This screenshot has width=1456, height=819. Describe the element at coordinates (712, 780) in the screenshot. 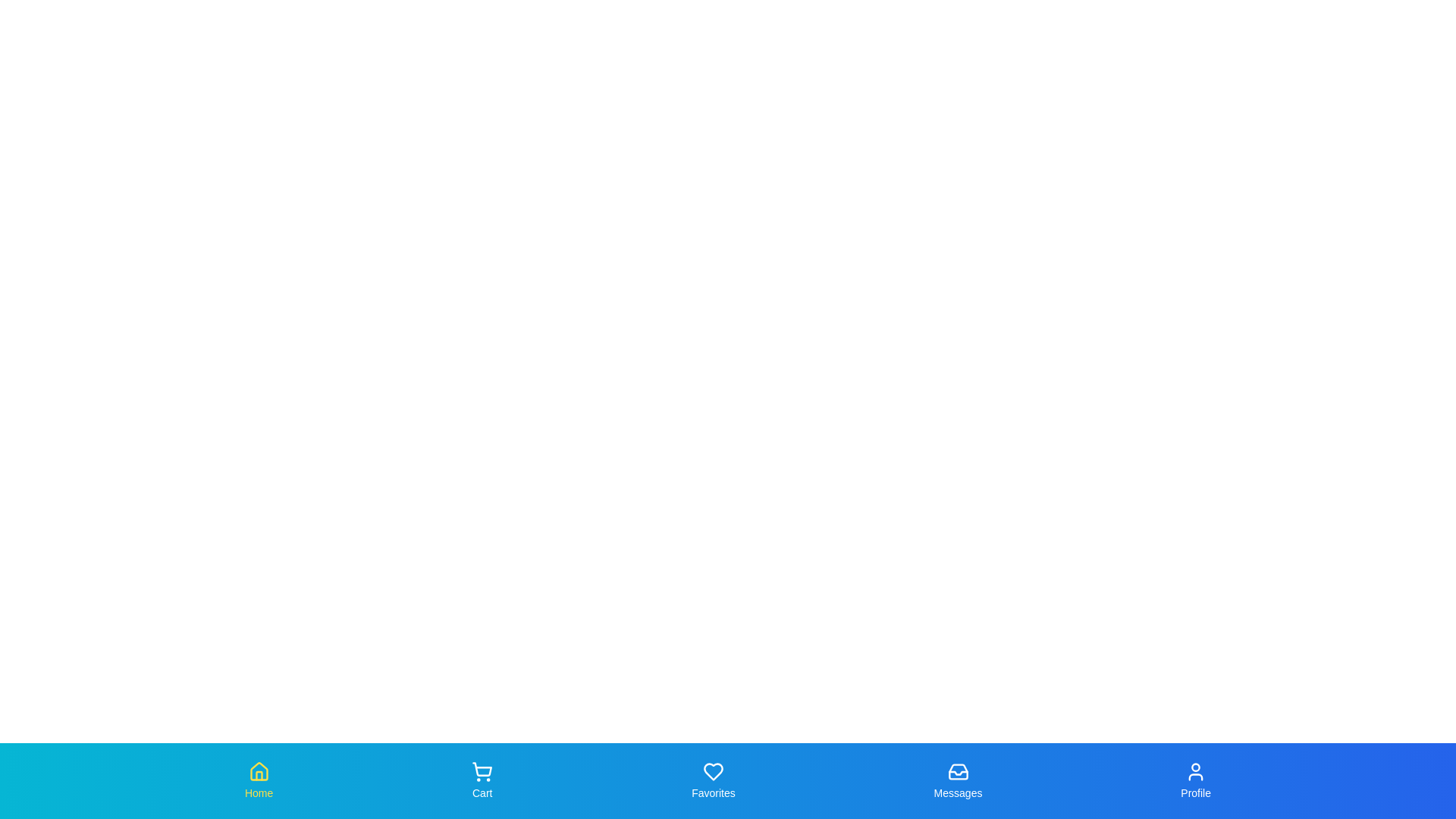

I see `the tab labeled Favorites by clicking on it` at that location.